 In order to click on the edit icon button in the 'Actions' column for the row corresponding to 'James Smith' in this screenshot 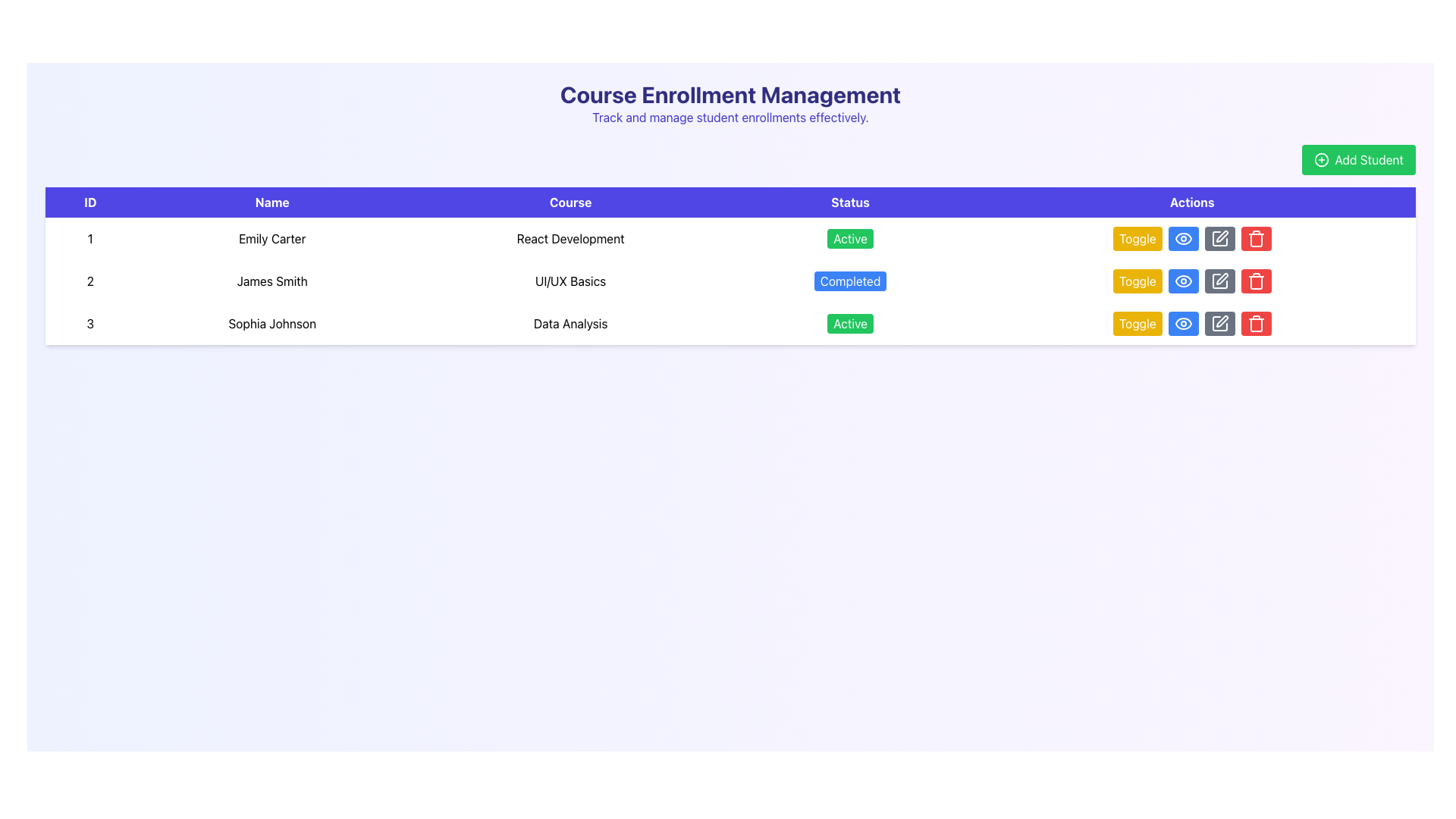, I will do `click(1222, 237)`.